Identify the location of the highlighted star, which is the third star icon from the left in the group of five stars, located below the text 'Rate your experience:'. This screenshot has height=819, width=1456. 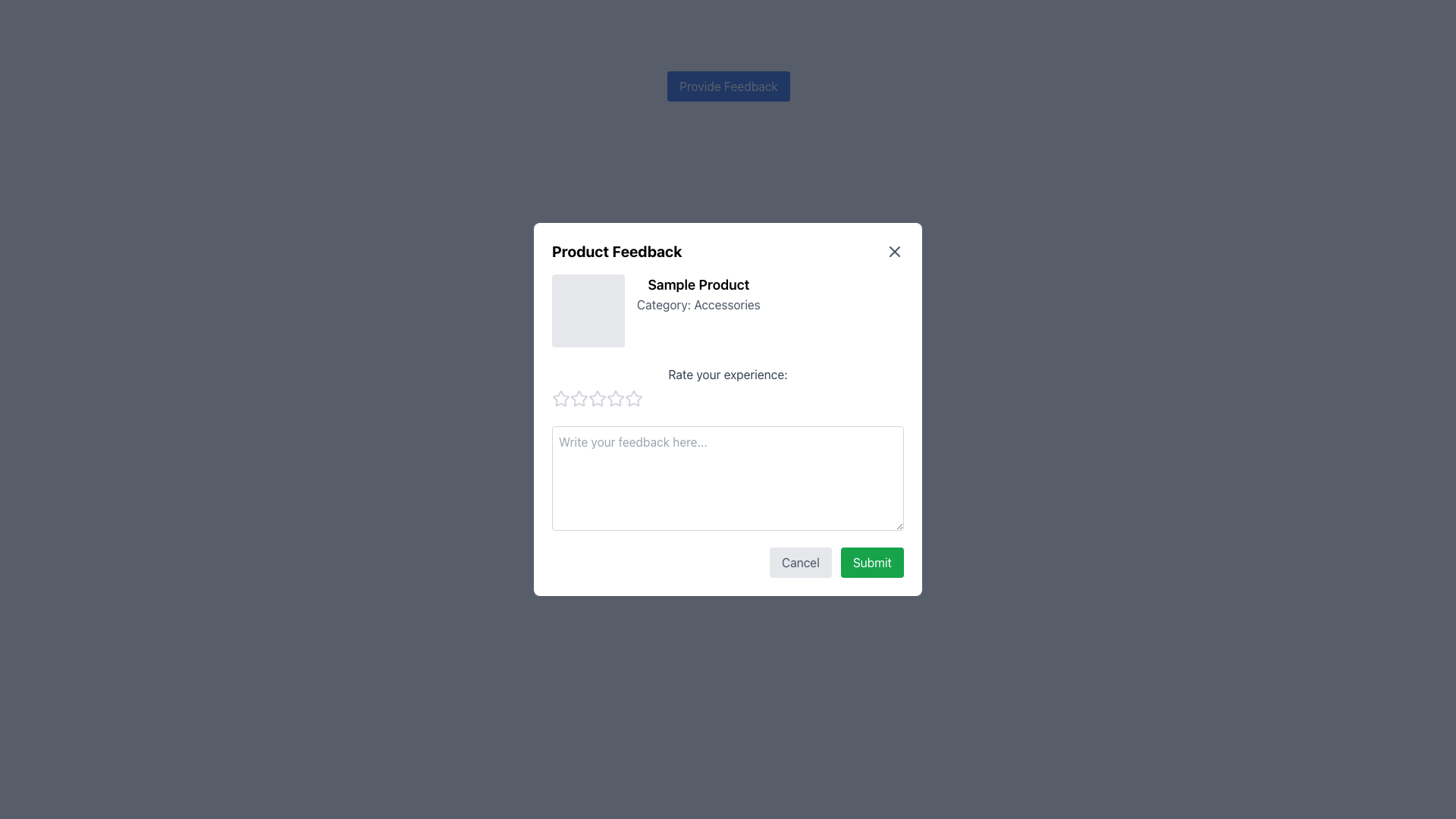
(615, 397).